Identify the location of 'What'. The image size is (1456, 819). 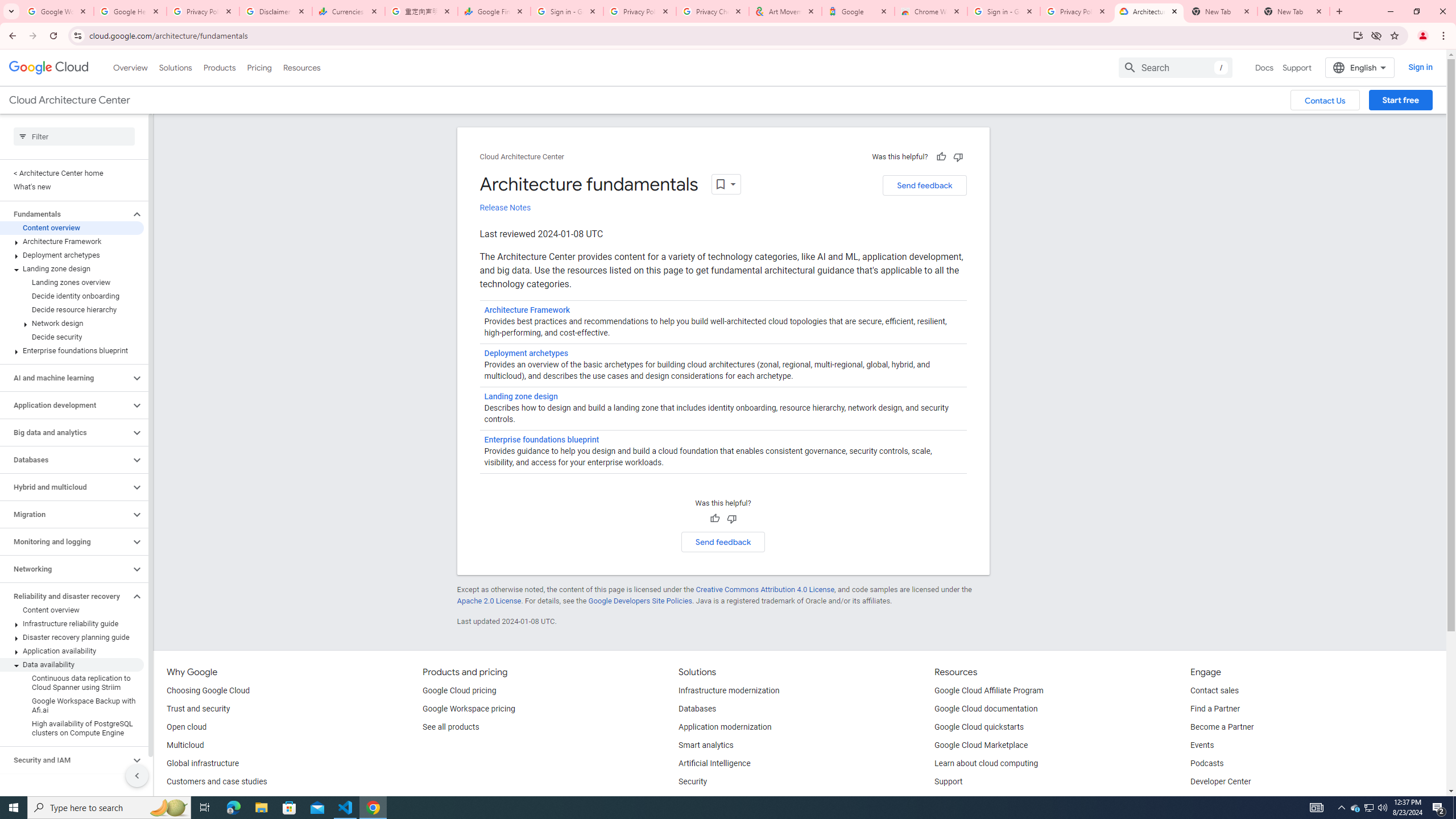
(72, 187).